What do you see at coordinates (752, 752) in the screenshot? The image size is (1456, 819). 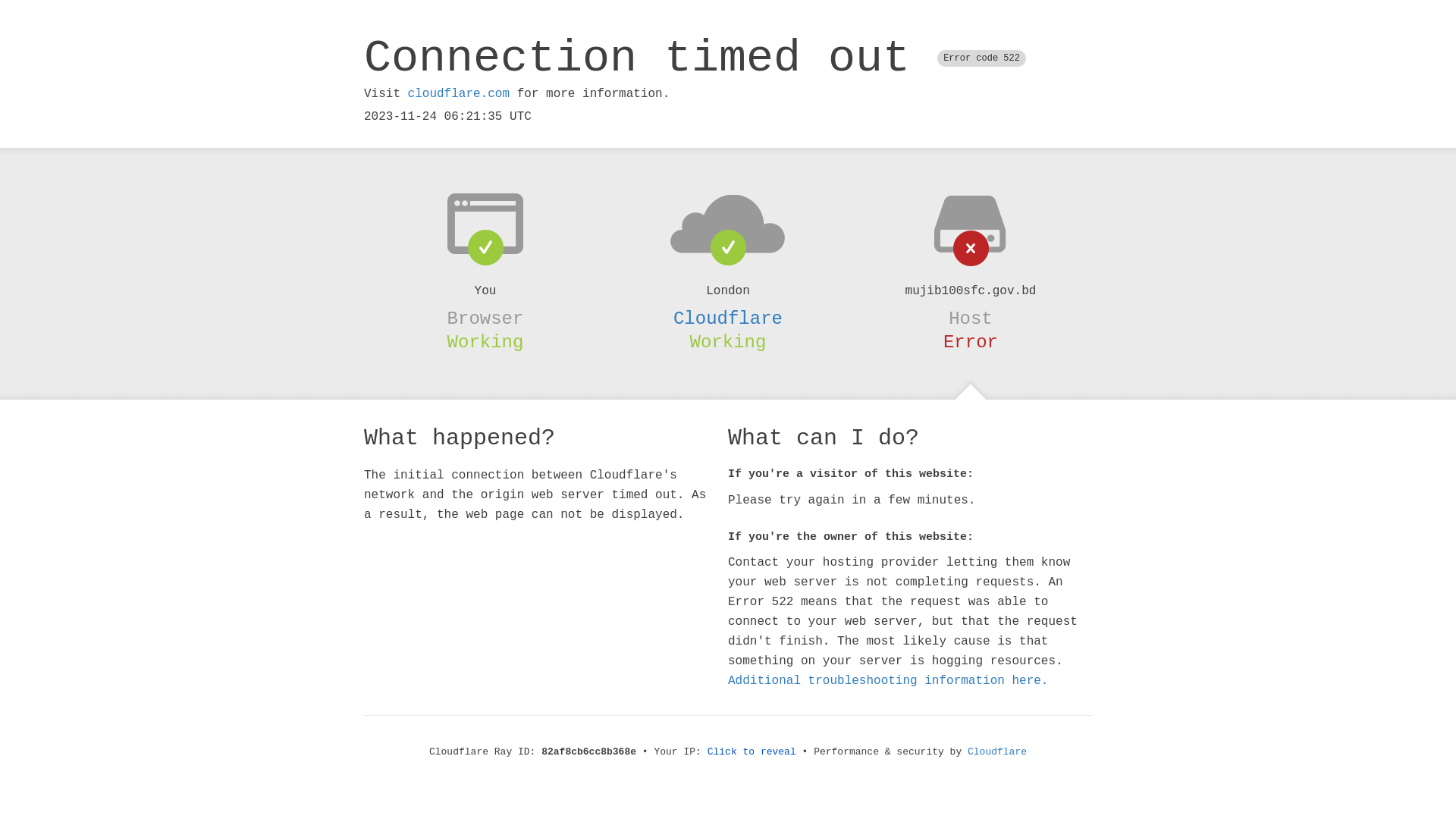 I see `'Click to reveal'` at bounding box center [752, 752].